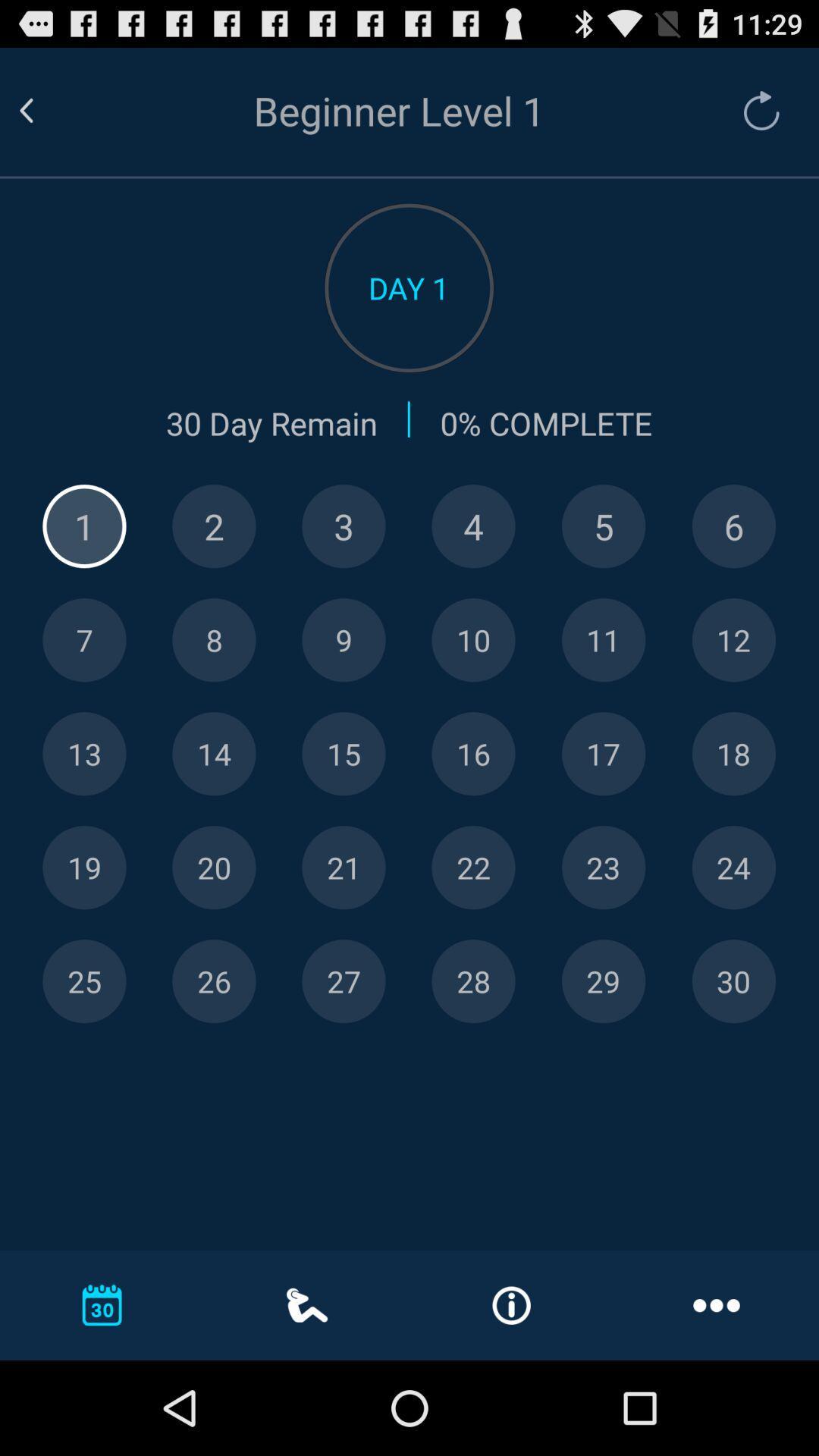 The image size is (819, 1456). I want to click on second row twelve, so click(733, 640).